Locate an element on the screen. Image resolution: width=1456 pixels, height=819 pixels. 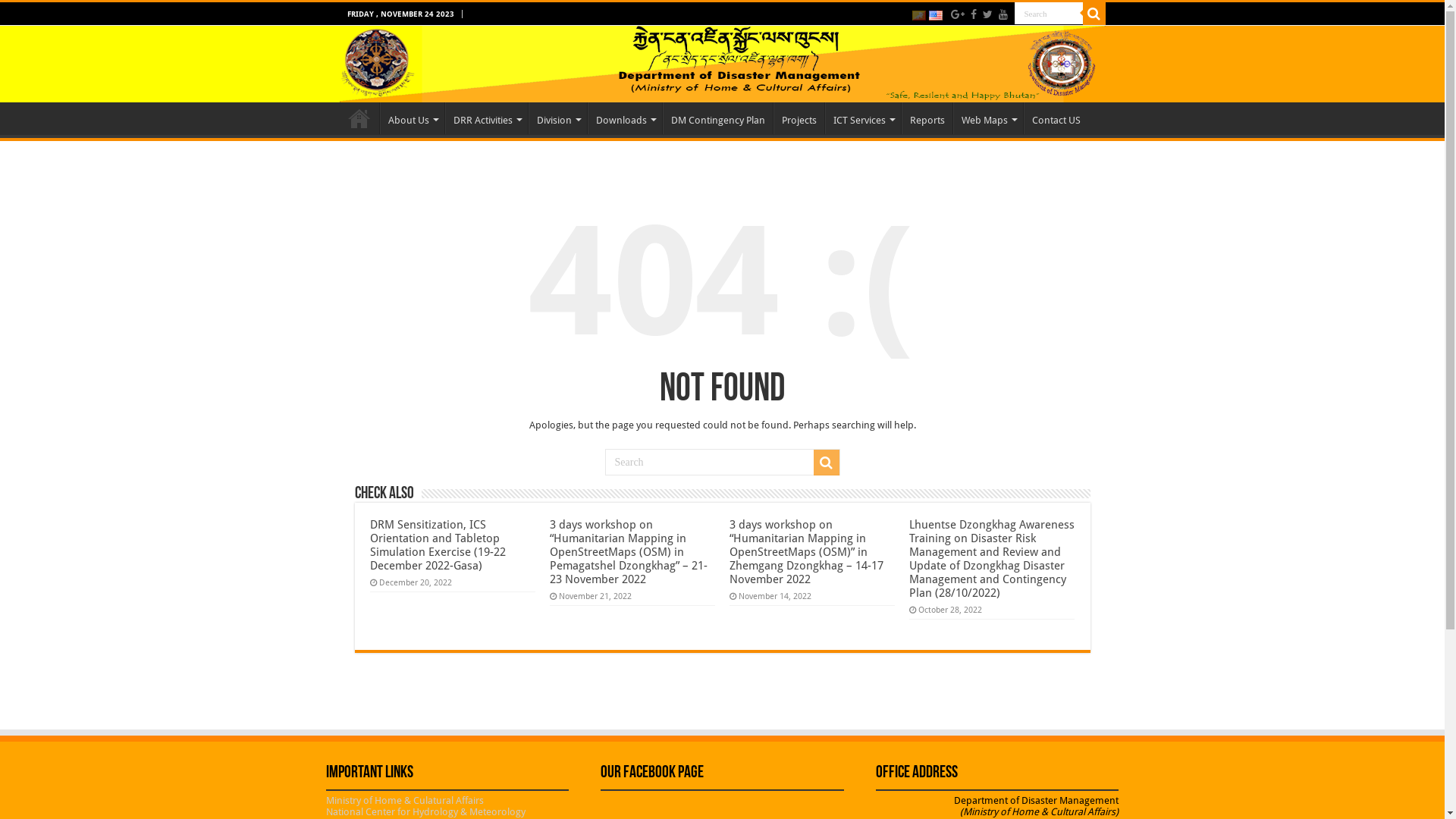
'Youtube' is located at coordinates (1002, 14).